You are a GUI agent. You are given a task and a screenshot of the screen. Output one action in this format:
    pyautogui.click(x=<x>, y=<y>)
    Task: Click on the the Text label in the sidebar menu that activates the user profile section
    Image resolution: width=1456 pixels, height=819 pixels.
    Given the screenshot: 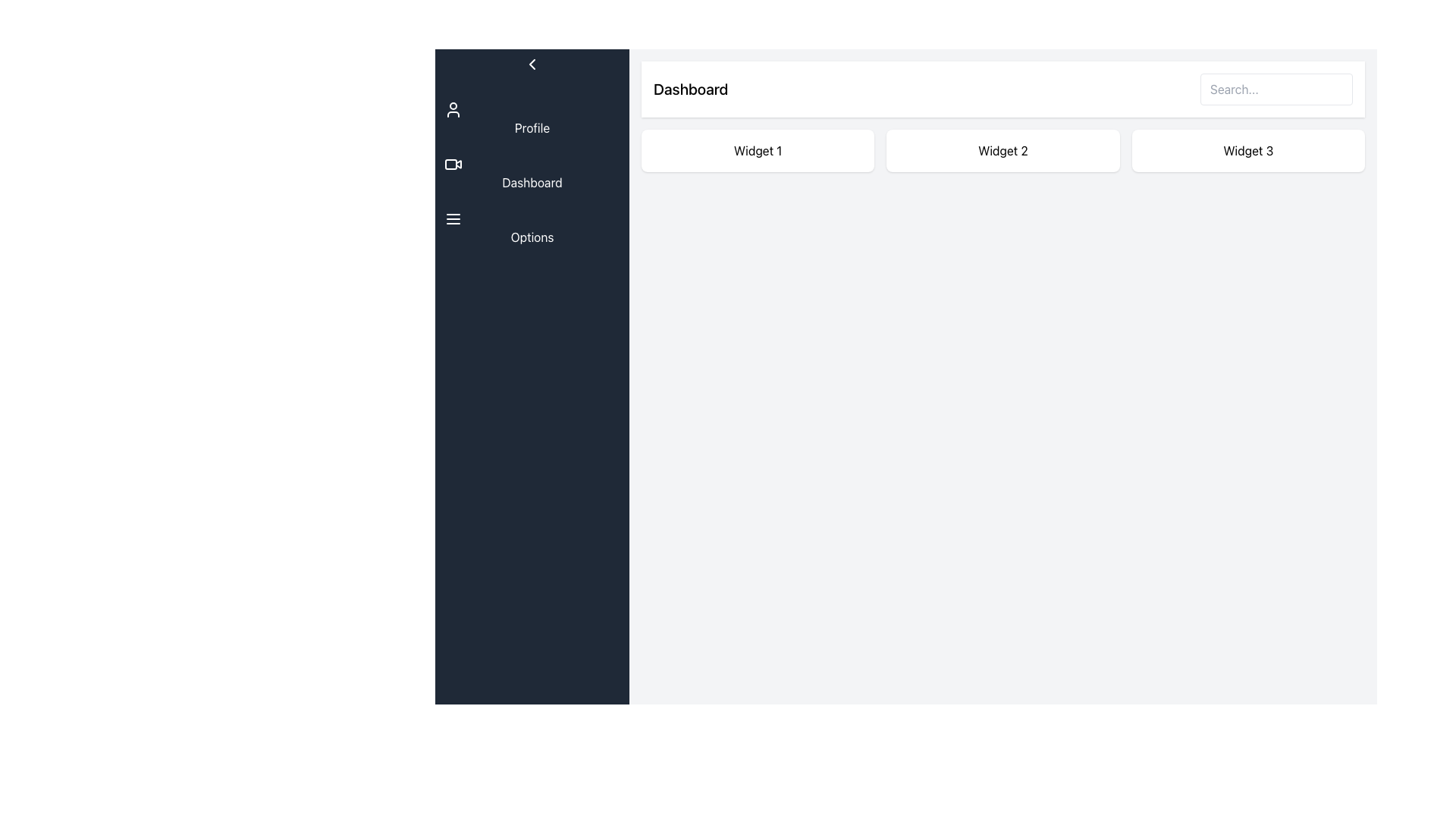 What is the action you would take?
    pyautogui.click(x=532, y=127)
    